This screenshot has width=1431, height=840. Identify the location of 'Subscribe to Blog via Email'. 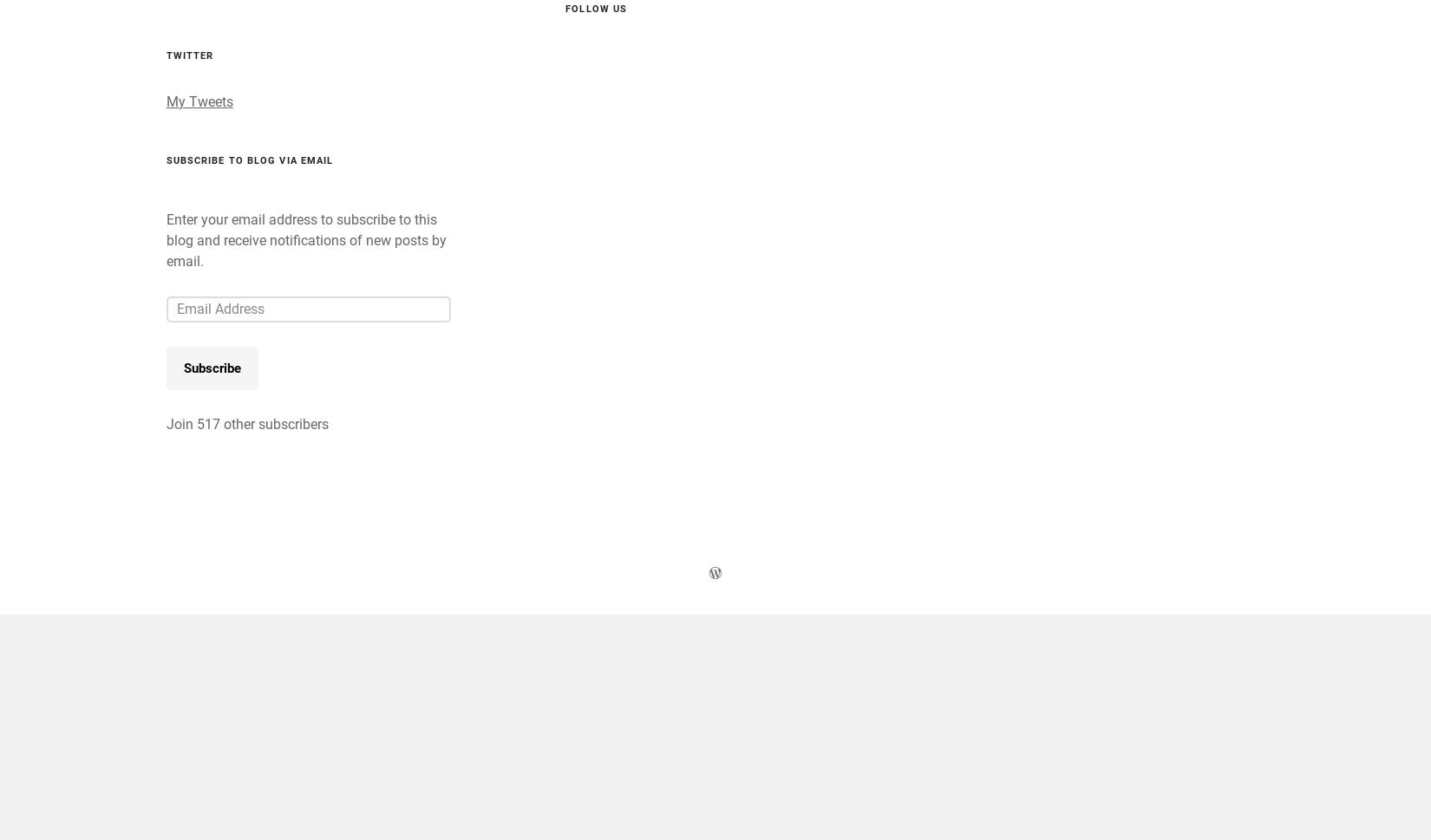
(304, 316).